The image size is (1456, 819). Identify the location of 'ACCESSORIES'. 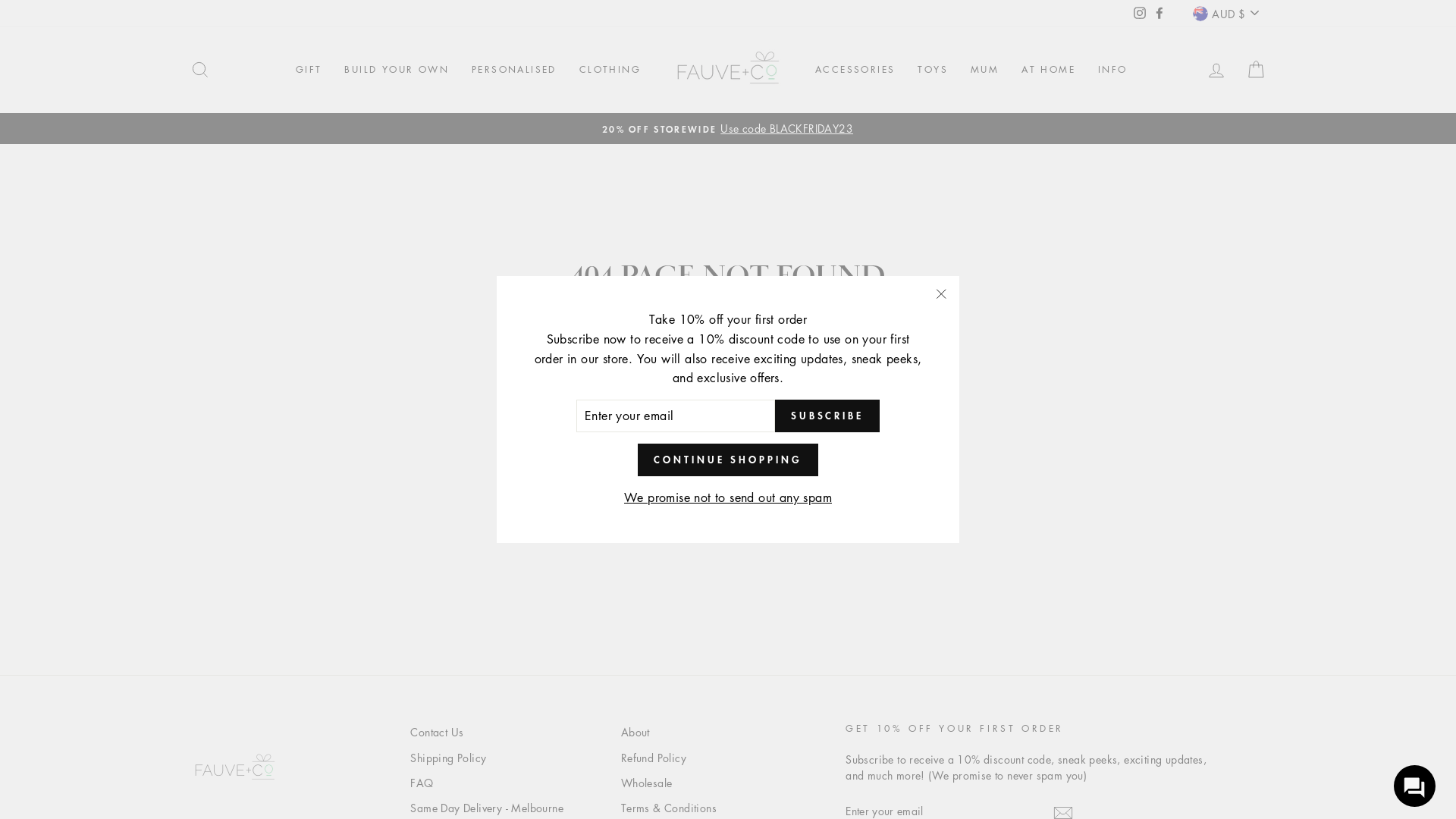
(803, 70).